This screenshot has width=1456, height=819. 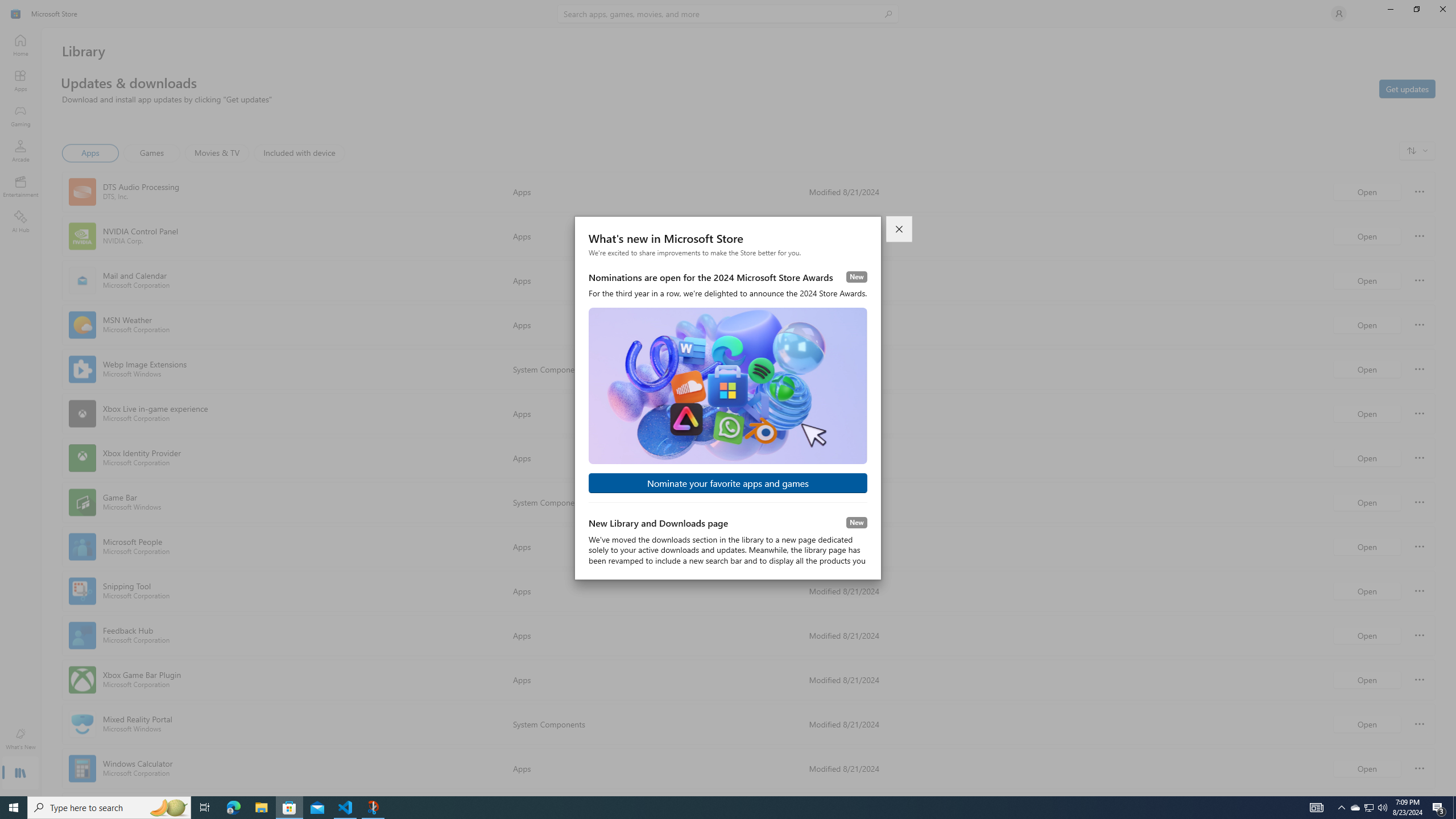 What do you see at coordinates (19, 221) in the screenshot?
I see `'AI Hub'` at bounding box center [19, 221].